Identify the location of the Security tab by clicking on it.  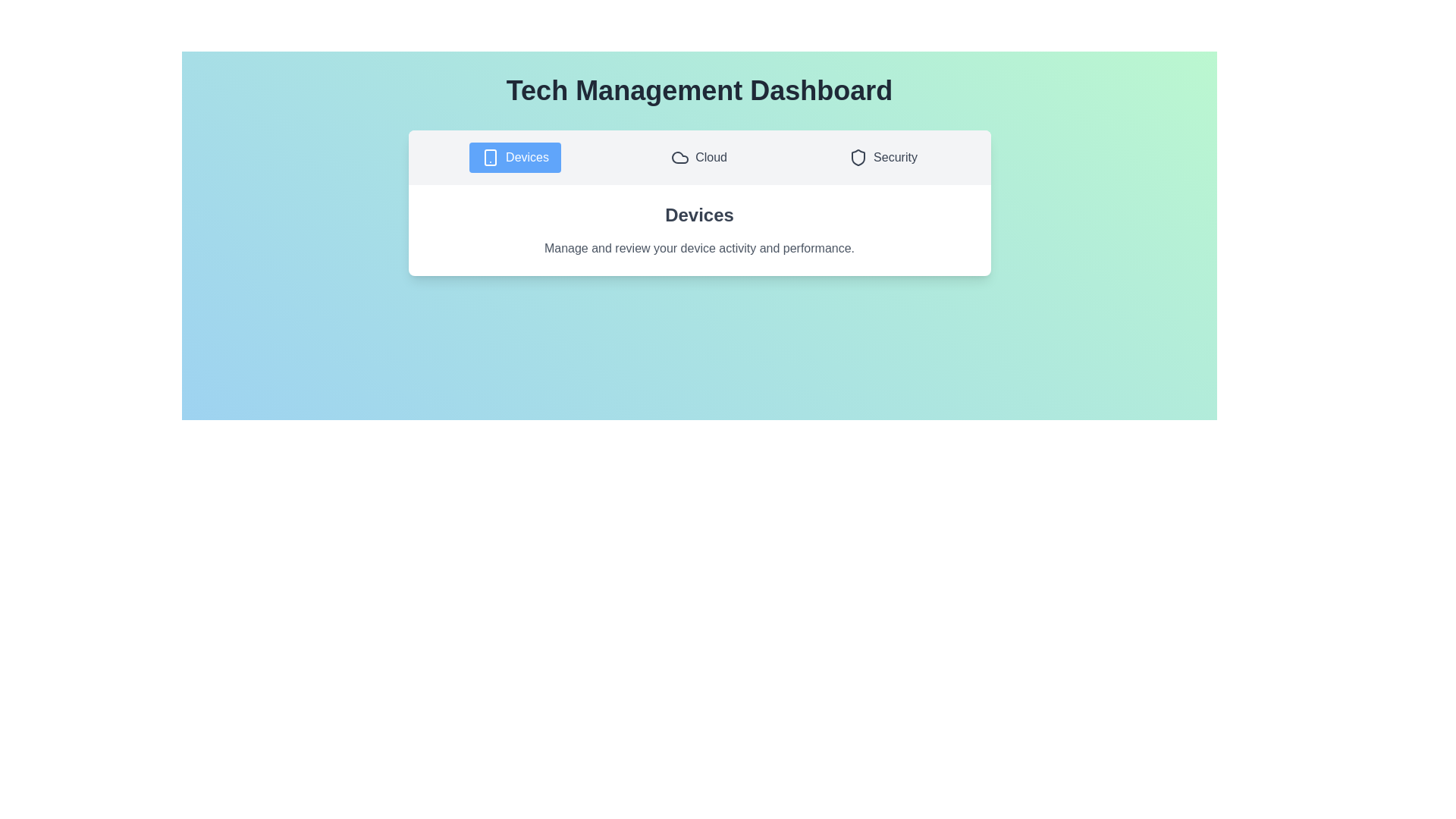
(883, 158).